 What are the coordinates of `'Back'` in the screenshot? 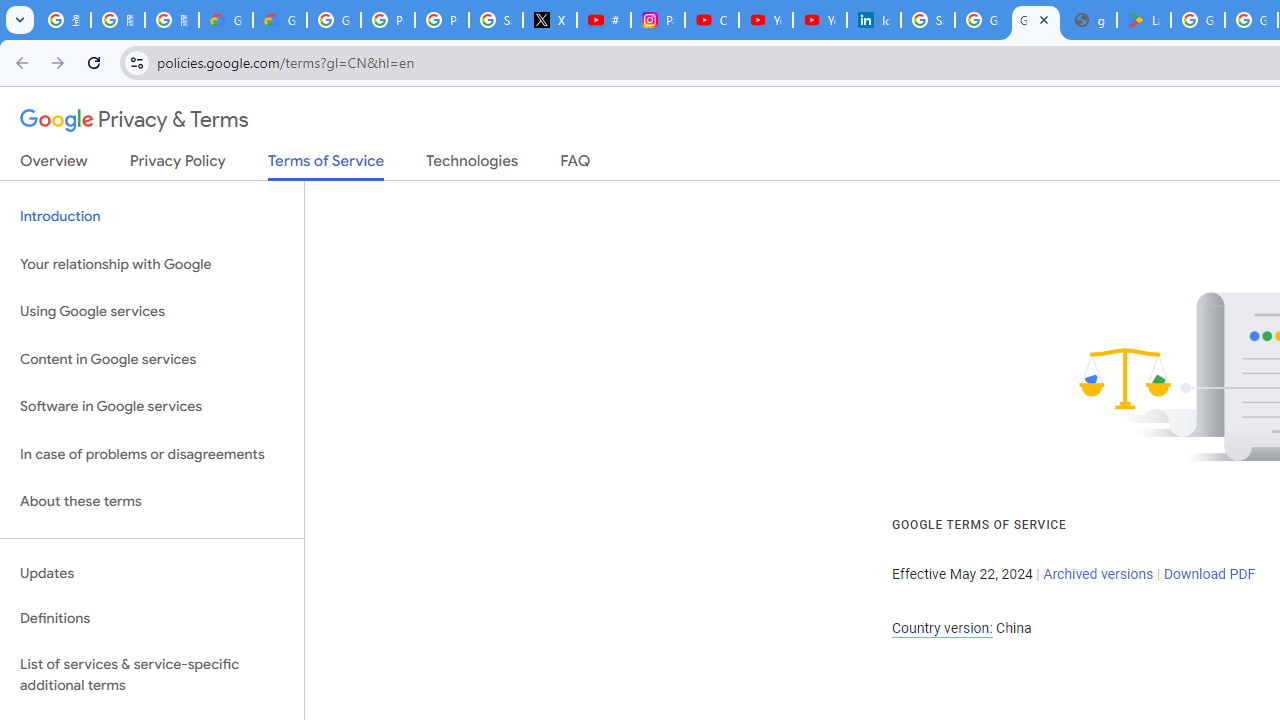 It's located at (19, 61).